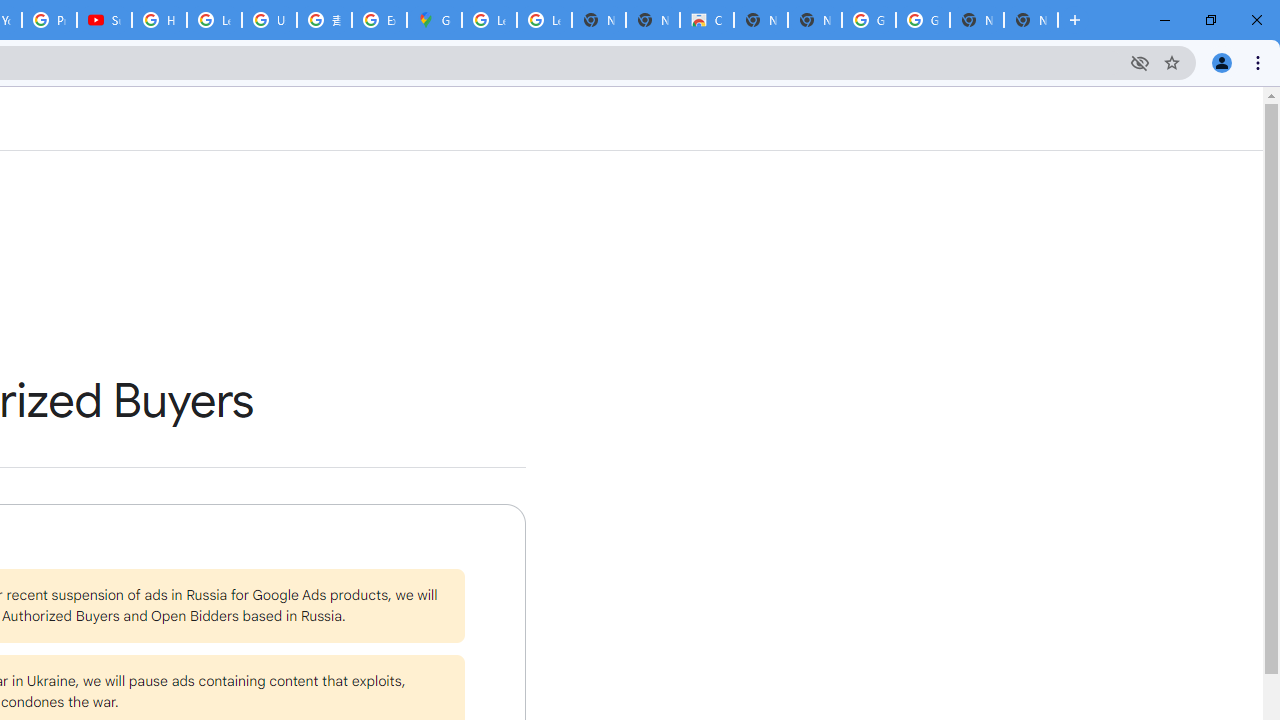 This screenshot has width=1280, height=720. What do you see at coordinates (379, 20) in the screenshot?
I see `'Explore new street-level details - Google Maps Help'` at bounding box center [379, 20].